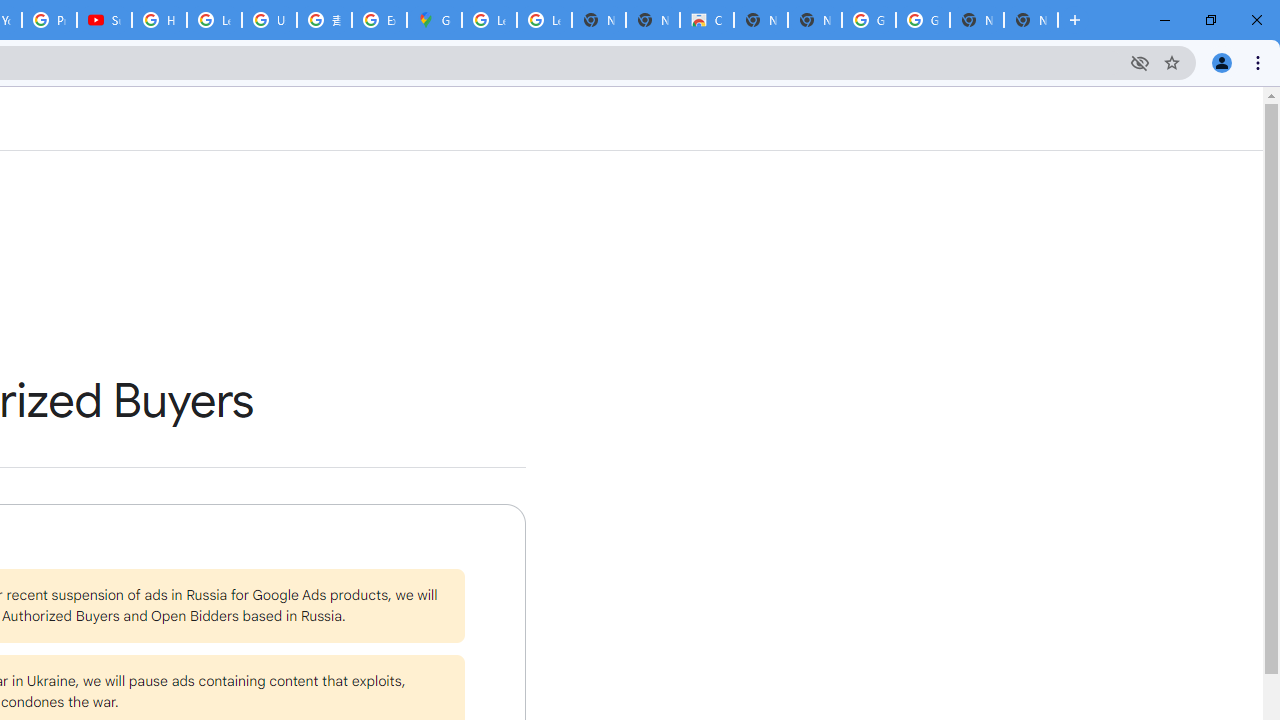 This screenshot has width=1280, height=720. What do you see at coordinates (379, 20) in the screenshot?
I see `'Explore new street-level details - Google Maps Help'` at bounding box center [379, 20].